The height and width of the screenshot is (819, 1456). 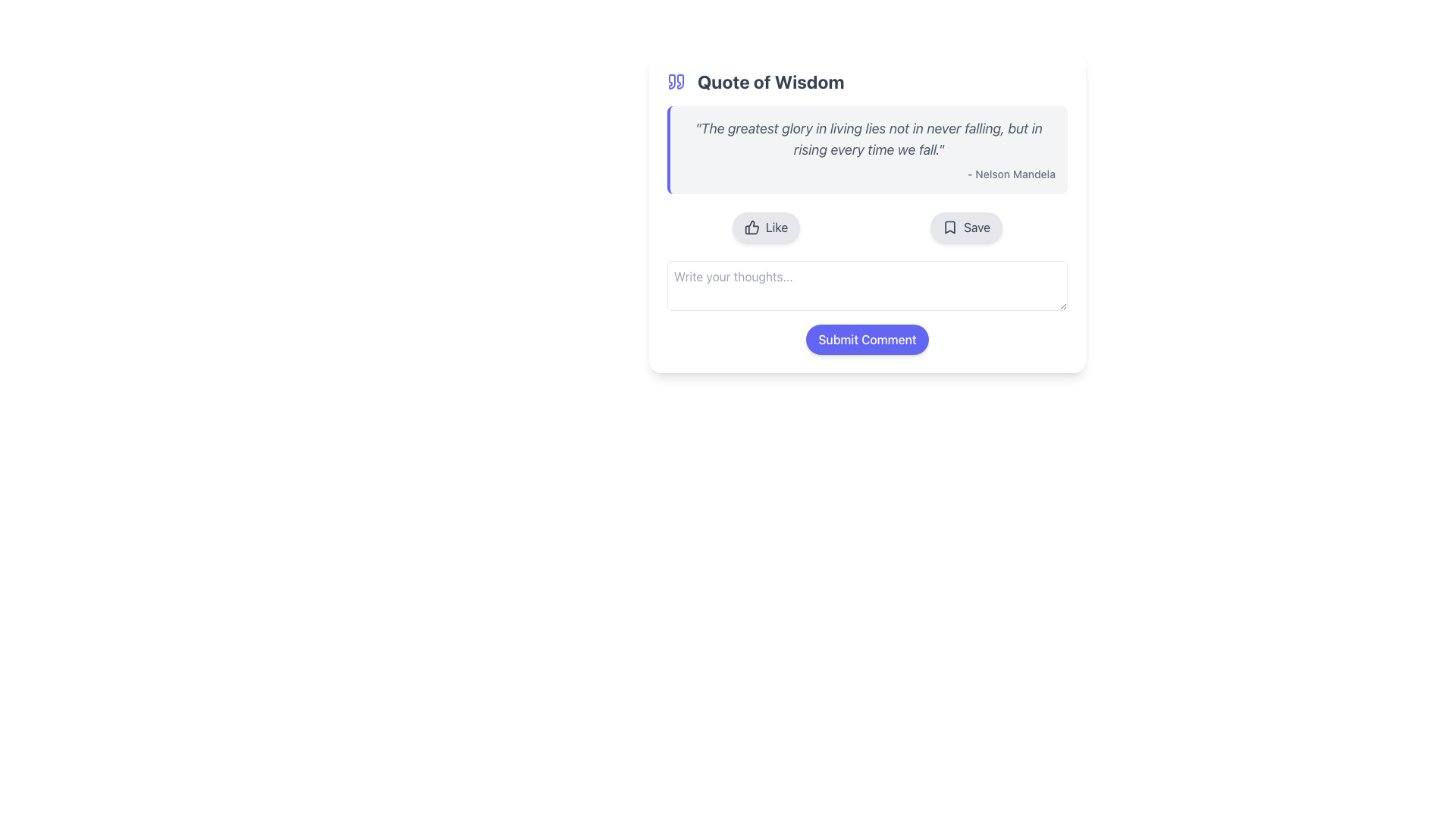 What do you see at coordinates (752, 227) in the screenshot?
I see `the like icon located on the left-hand side of the 'Like' button below the quote text to express approval for the content` at bounding box center [752, 227].